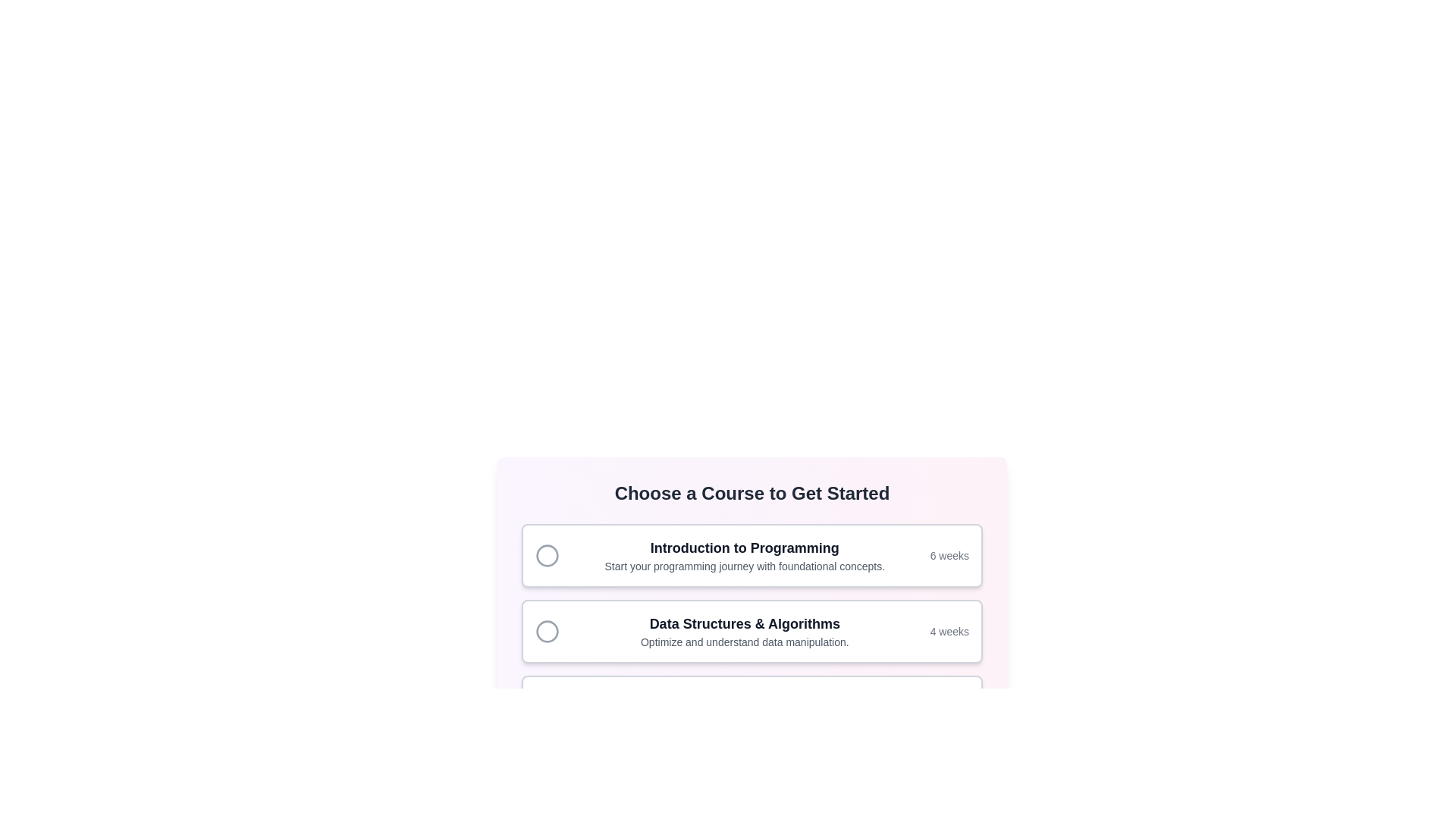 This screenshot has height=819, width=1456. What do you see at coordinates (949, 555) in the screenshot?
I see `displayed text '6 weeks' from the Text Label within the 'Introduction to Programming' course card, which is positioned near the right edge and horizontally aligned with the course title and description` at bounding box center [949, 555].